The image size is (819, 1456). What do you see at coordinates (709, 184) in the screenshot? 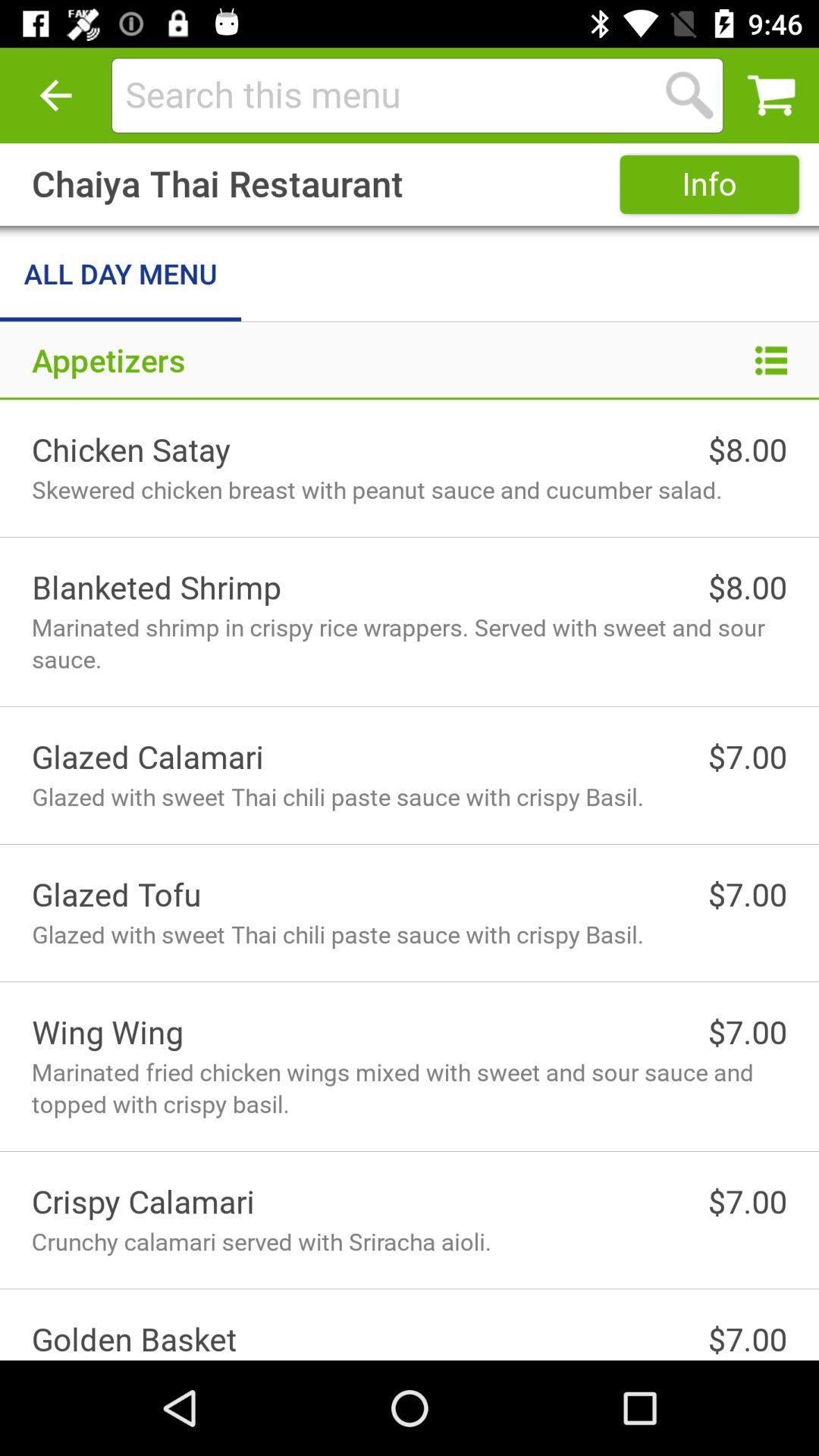
I see `icon next to chaiya thai restaurant icon` at bounding box center [709, 184].